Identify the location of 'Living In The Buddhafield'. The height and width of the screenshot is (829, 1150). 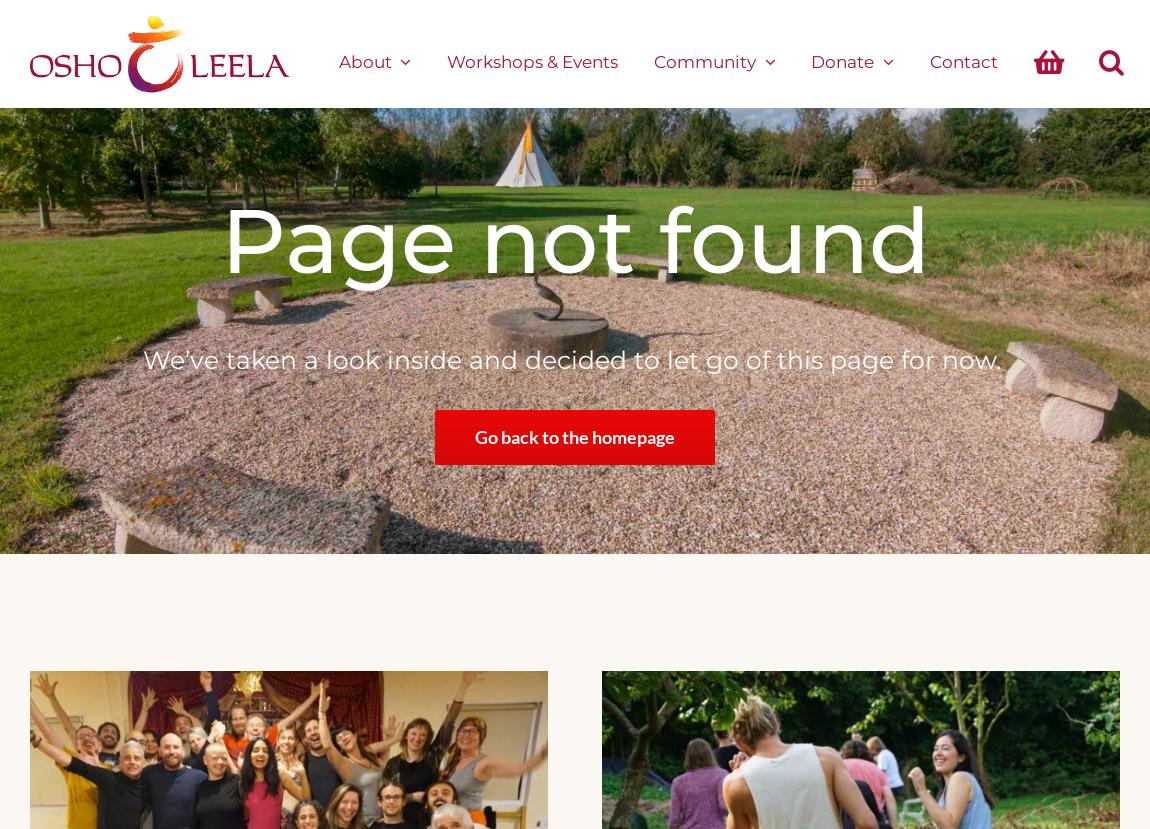
(749, 238).